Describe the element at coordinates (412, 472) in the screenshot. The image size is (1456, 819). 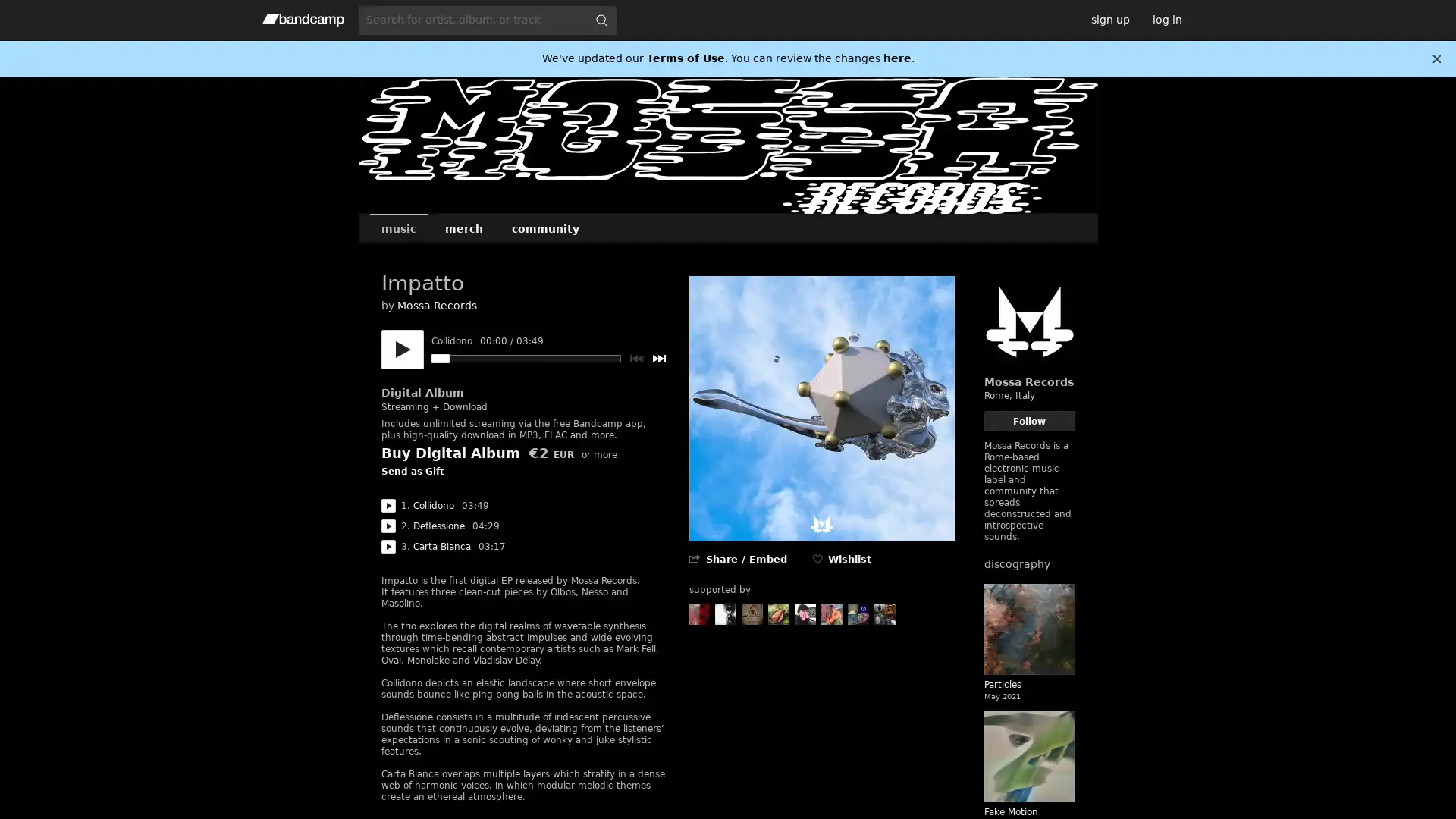
I see `Send as Gift` at that location.